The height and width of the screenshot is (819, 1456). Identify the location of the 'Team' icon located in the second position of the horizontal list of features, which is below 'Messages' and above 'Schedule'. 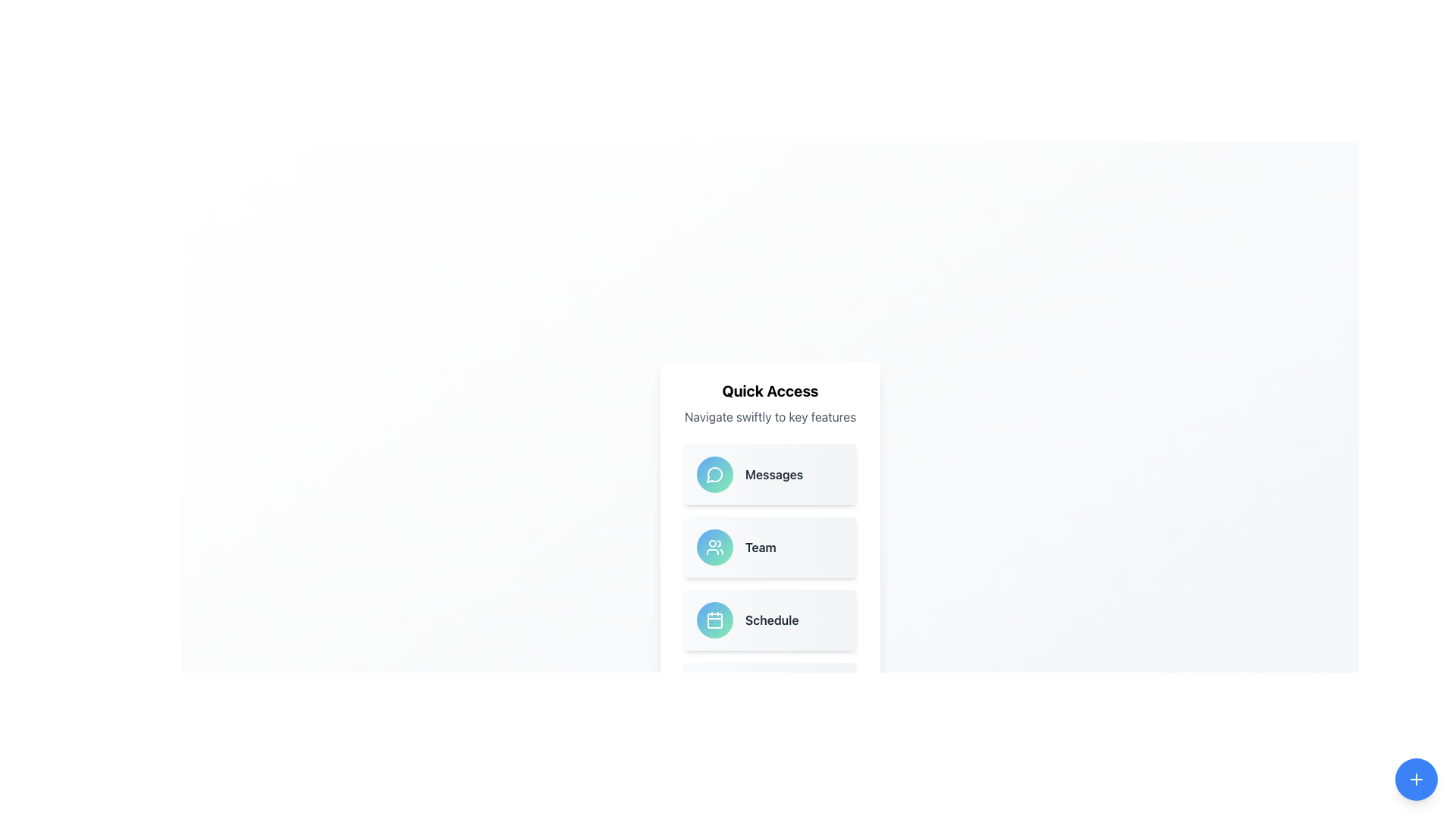
(713, 547).